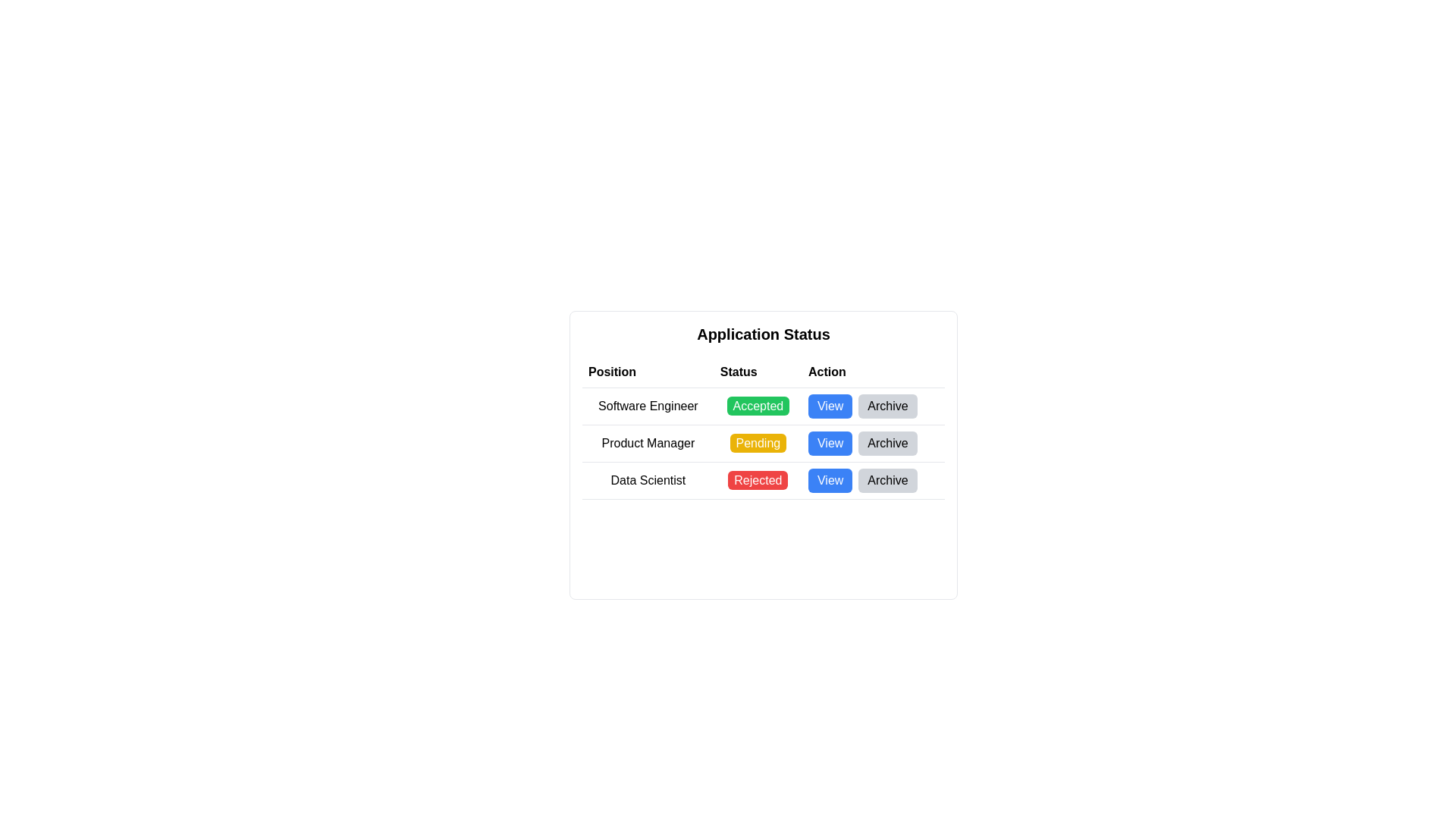 The width and height of the screenshot is (1456, 819). I want to click on the 'View' button with a blue background and white text, located in the 'Action' column of the 'Application Status' table for the 'Product Manager' entry, so click(829, 444).